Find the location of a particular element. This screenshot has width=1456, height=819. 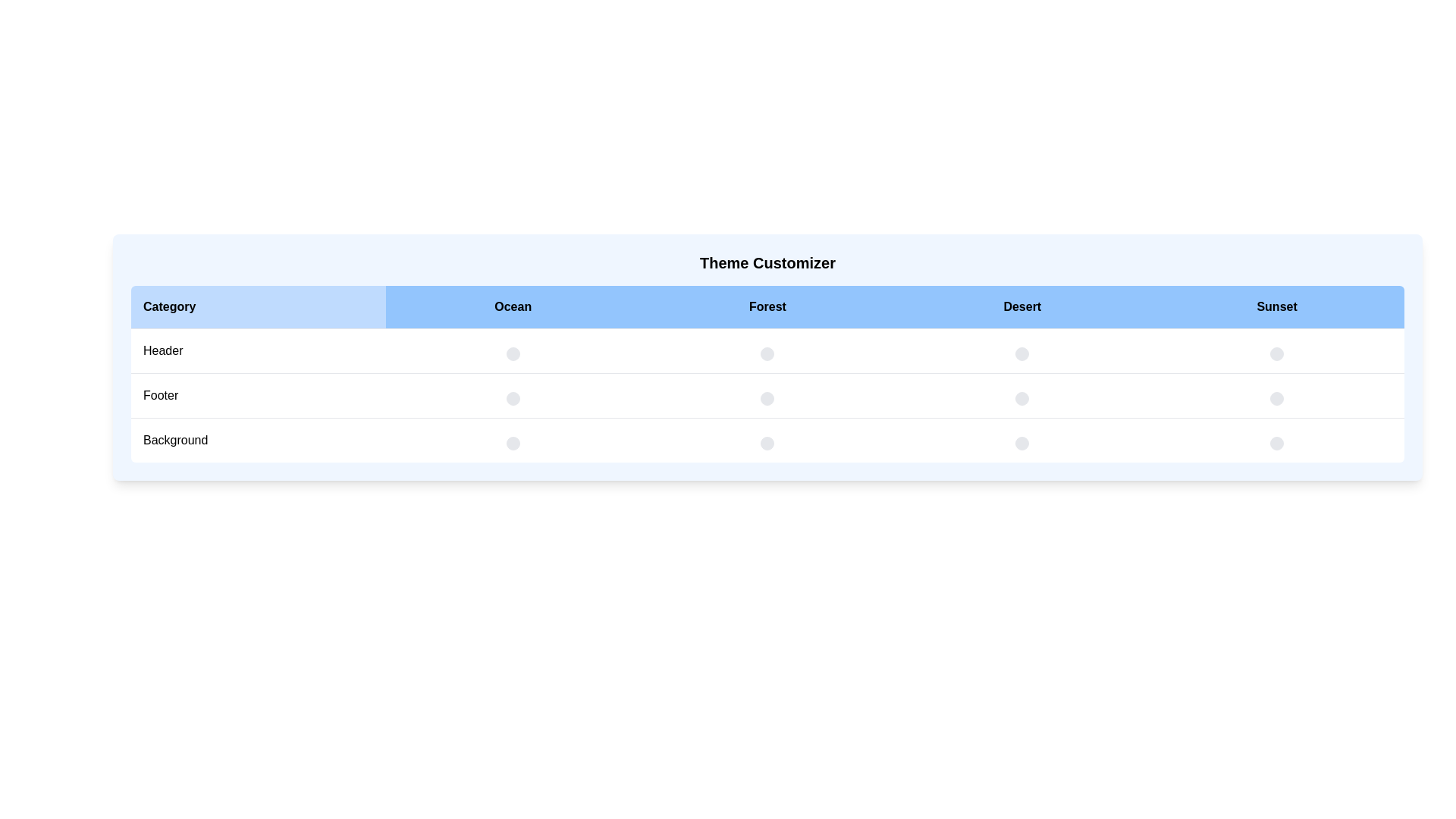

the small circular button with a grayish background located in the footer row under the Desert column is located at coordinates (1022, 394).